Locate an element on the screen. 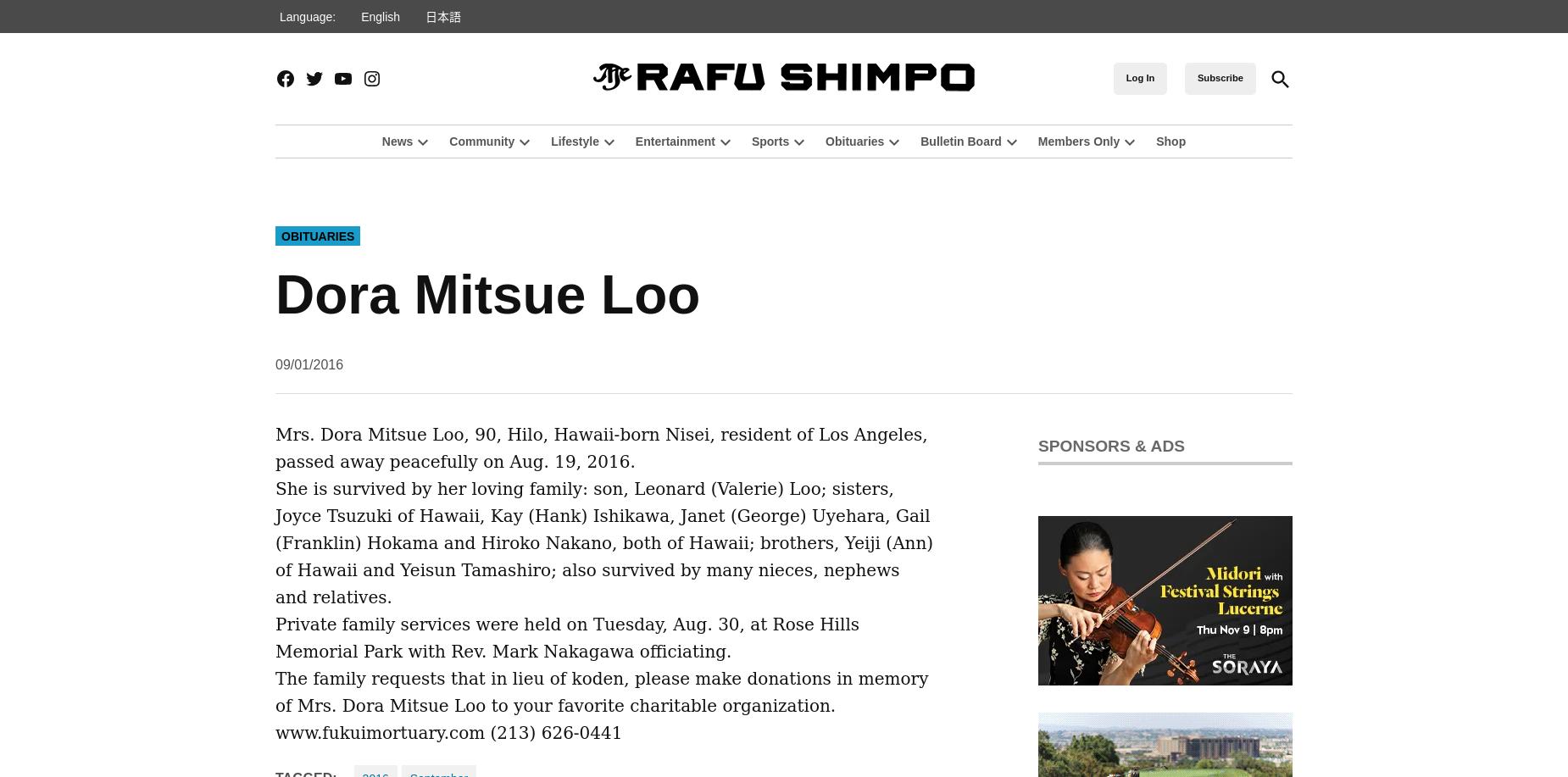 Image resolution: width=1568 pixels, height=777 pixels. 'News' is located at coordinates (380, 140).